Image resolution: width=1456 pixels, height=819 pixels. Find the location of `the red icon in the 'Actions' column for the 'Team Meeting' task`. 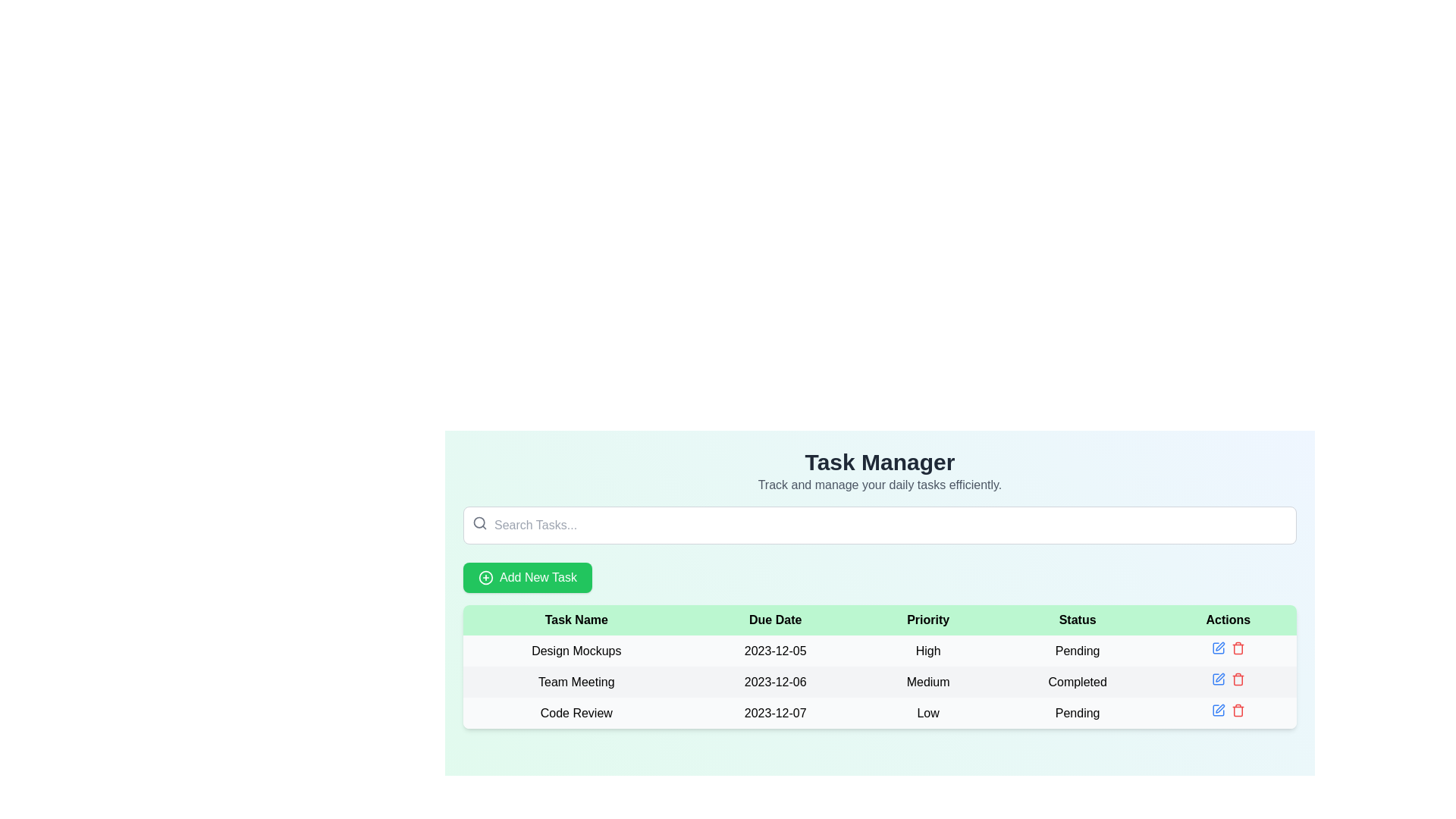

the red icon in the 'Actions' column for the 'Team Meeting' task is located at coordinates (1228, 681).